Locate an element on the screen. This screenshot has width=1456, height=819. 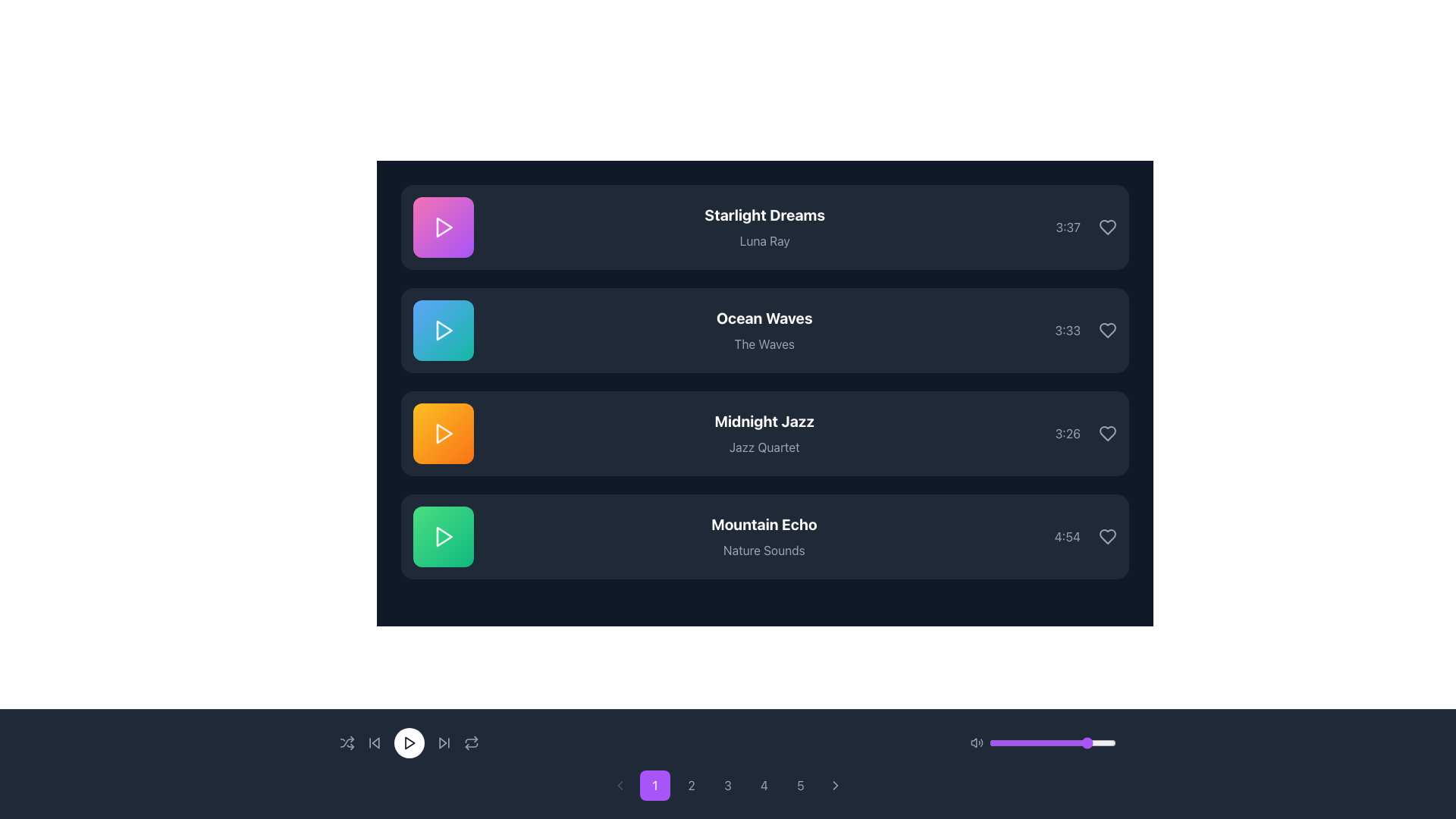
the skip back button located is located at coordinates (375, 742).